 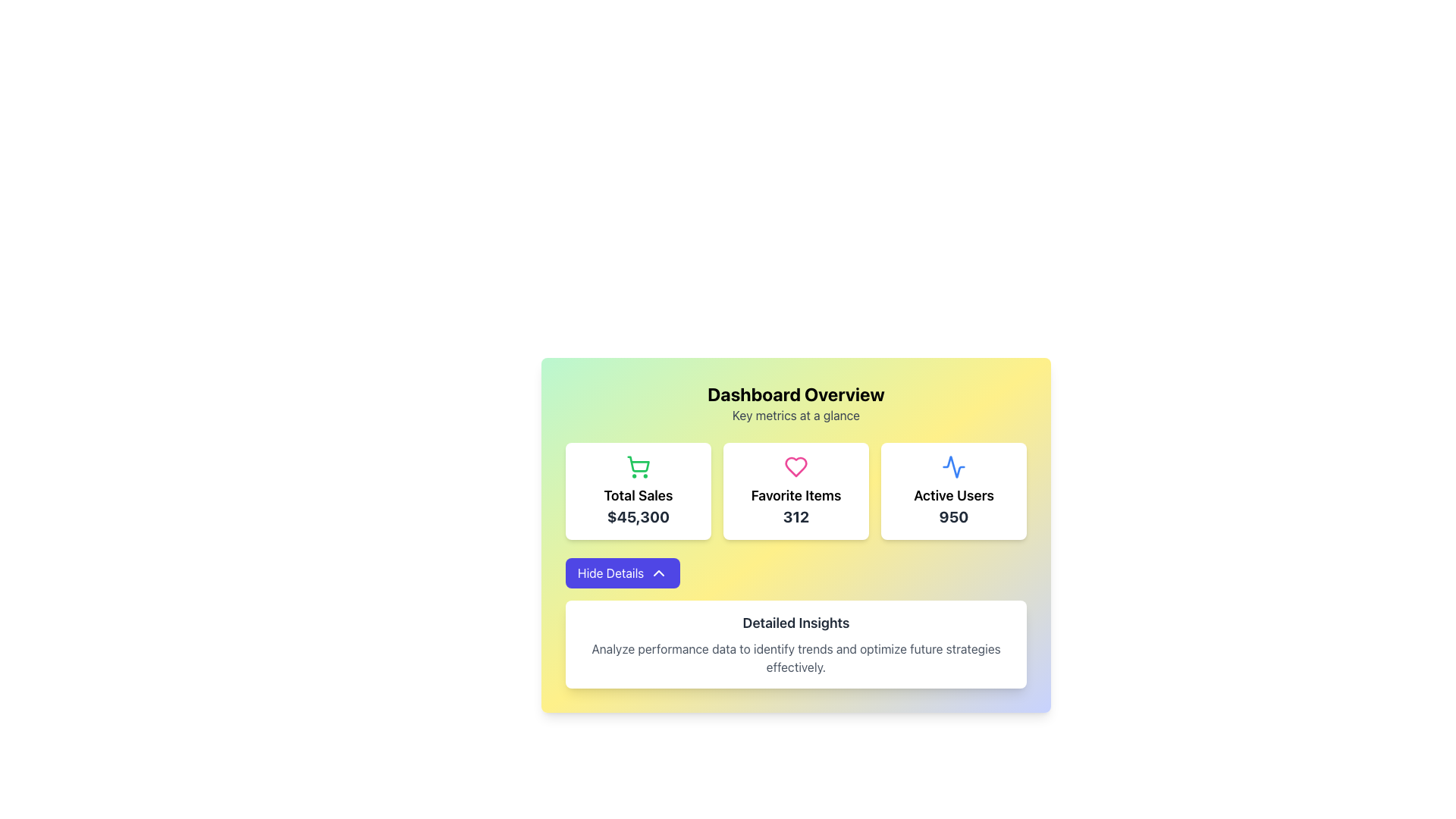 I want to click on the static text displaying '312', which is located within the 'Favorite Items' card, centered below the title, so click(x=795, y=516).